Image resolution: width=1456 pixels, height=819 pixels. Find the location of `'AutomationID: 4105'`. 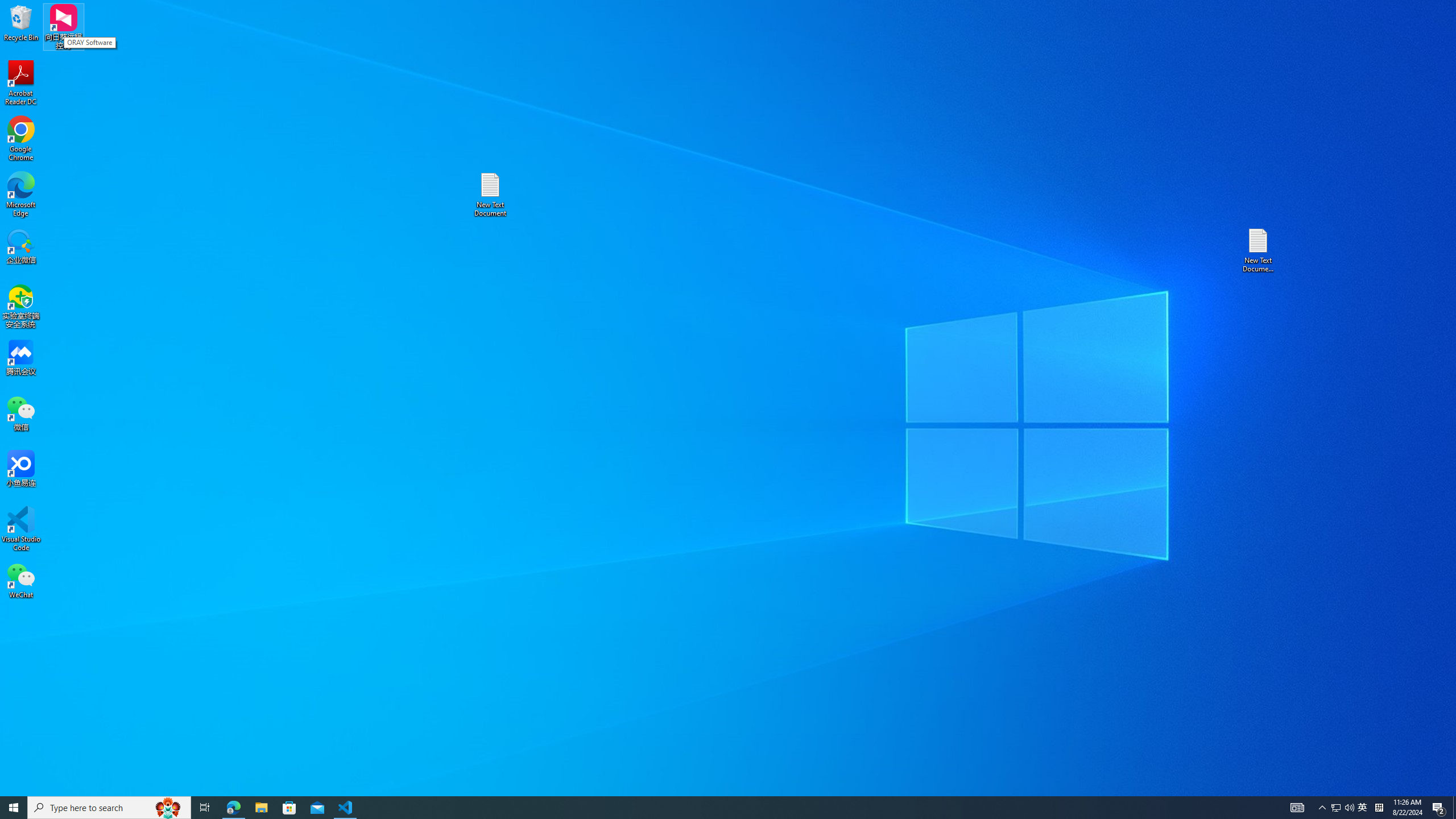

'AutomationID: 4105' is located at coordinates (1296, 806).